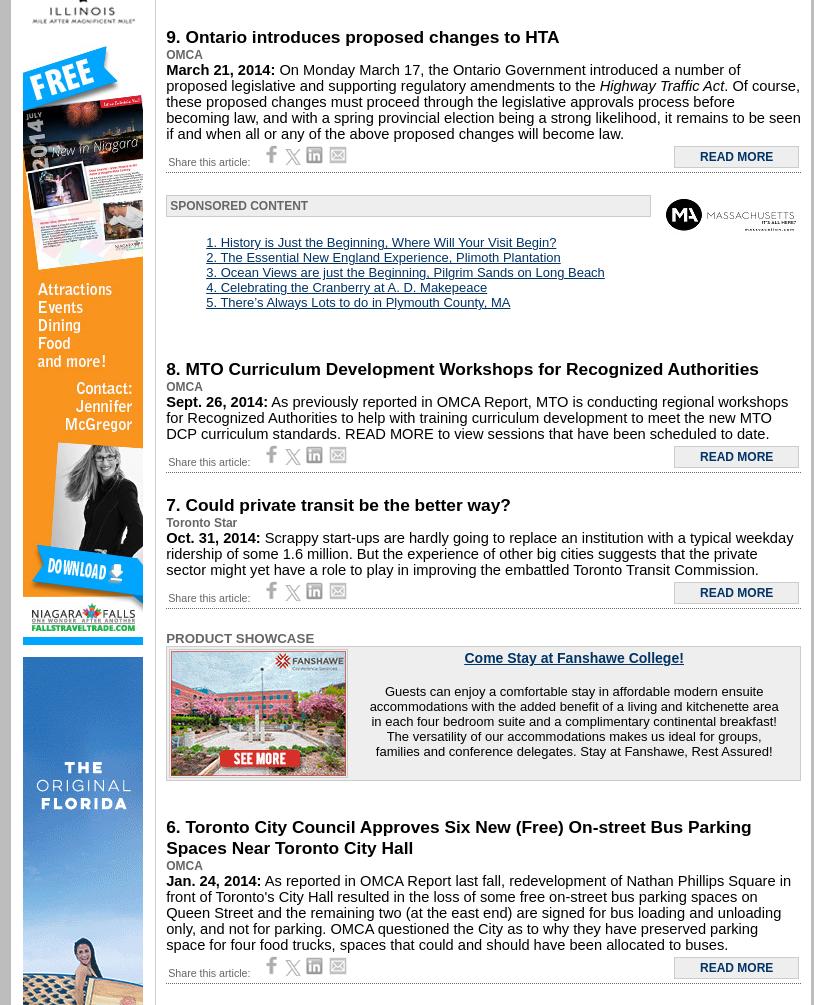 Image resolution: width=814 pixels, height=1005 pixels. Describe the element at coordinates (164, 402) in the screenshot. I see `'Sept. 26, 2014:'` at that location.